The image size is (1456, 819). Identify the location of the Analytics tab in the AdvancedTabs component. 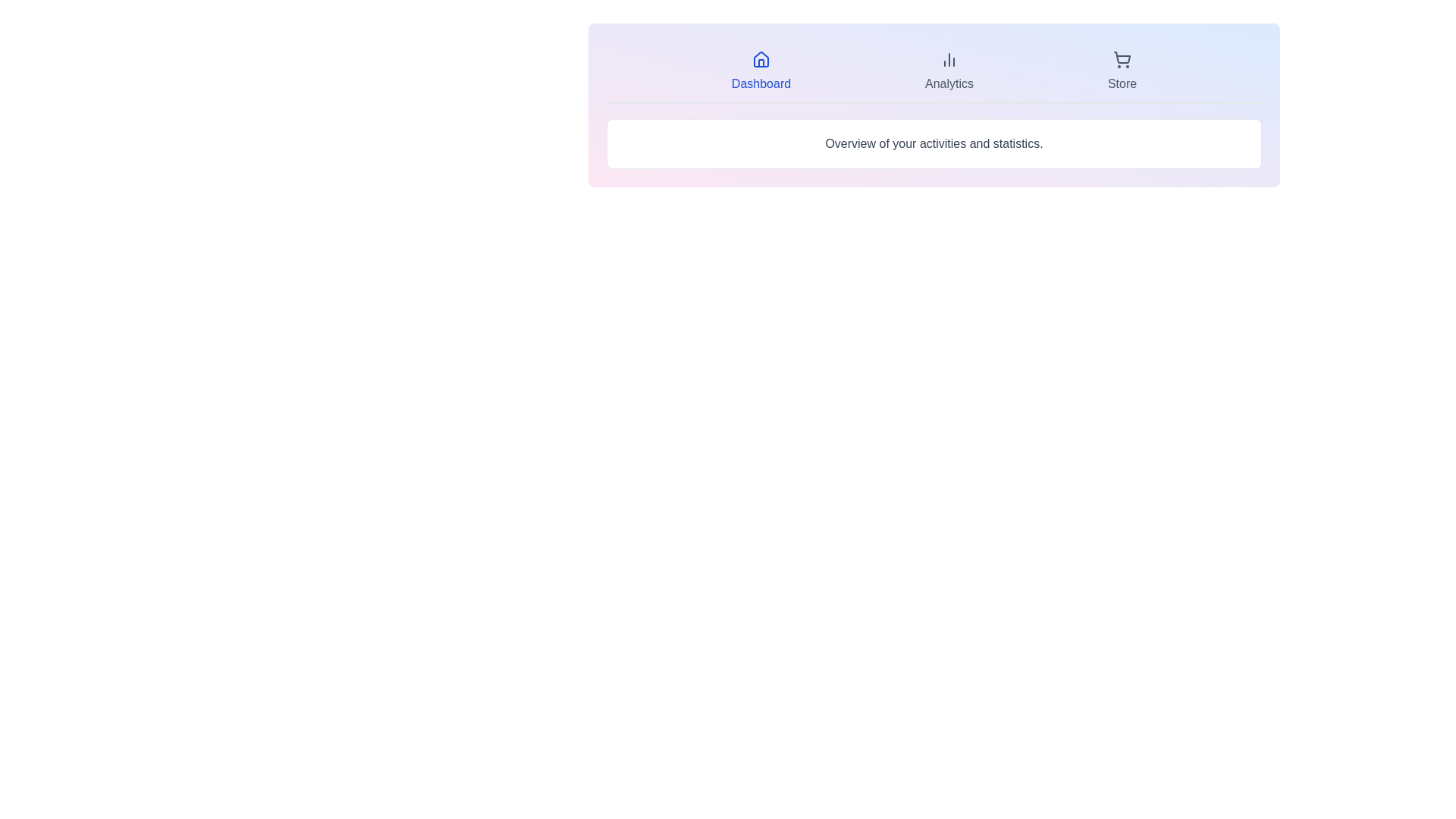
(949, 72).